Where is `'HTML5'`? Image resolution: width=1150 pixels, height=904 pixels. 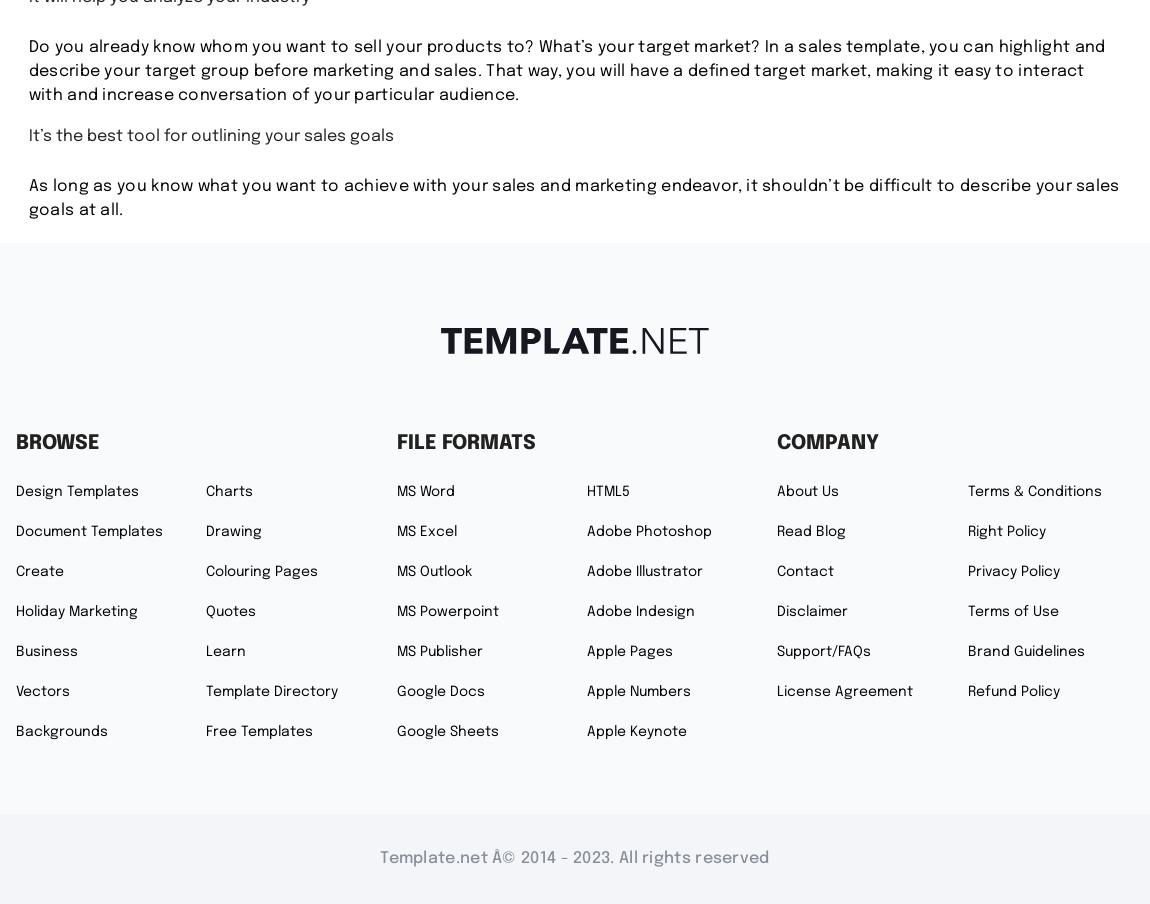
'HTML5' is located at coordinates (607, 490).